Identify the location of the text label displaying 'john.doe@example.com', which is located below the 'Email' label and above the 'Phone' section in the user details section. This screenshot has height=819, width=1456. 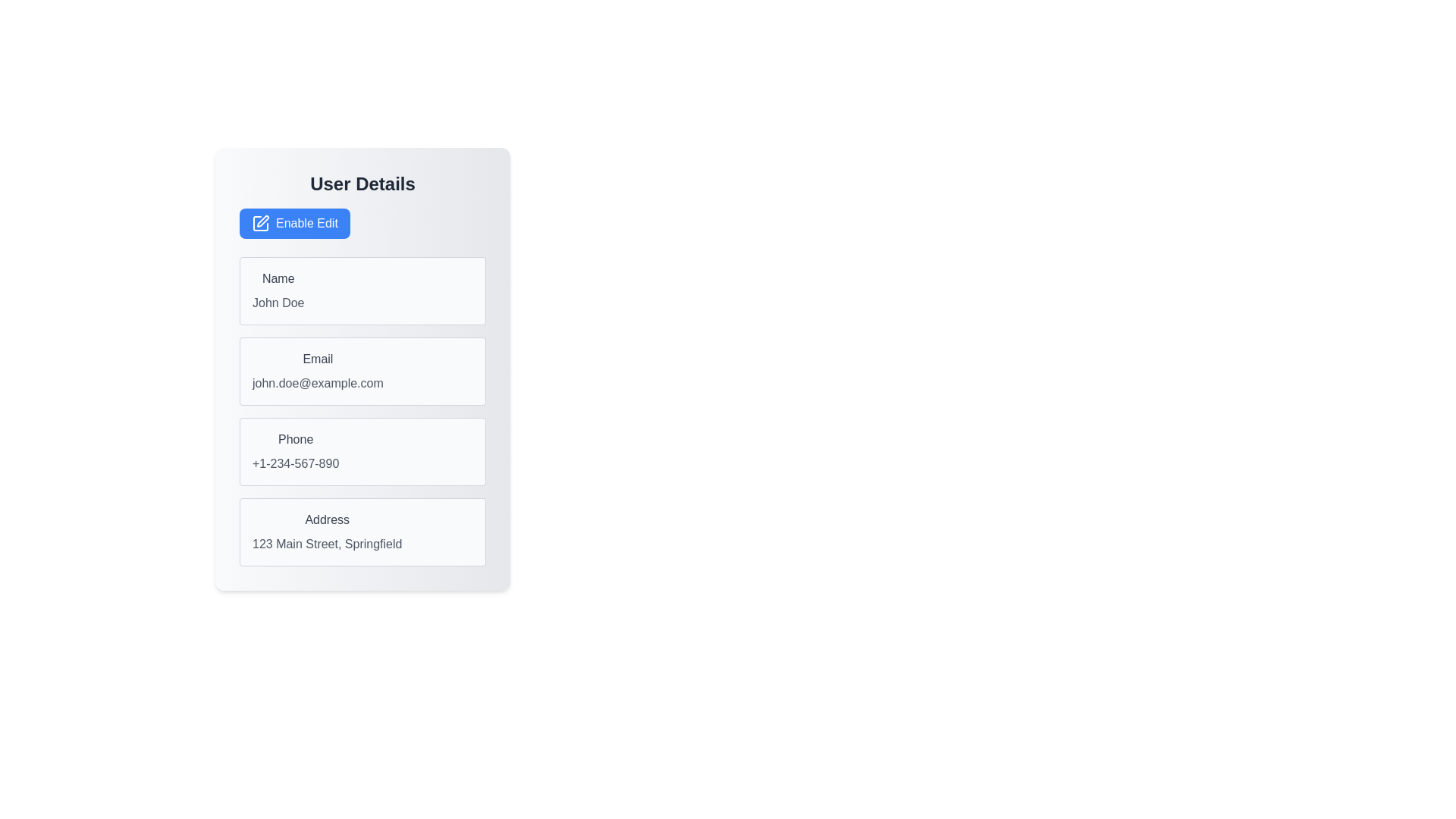
(317, 382).